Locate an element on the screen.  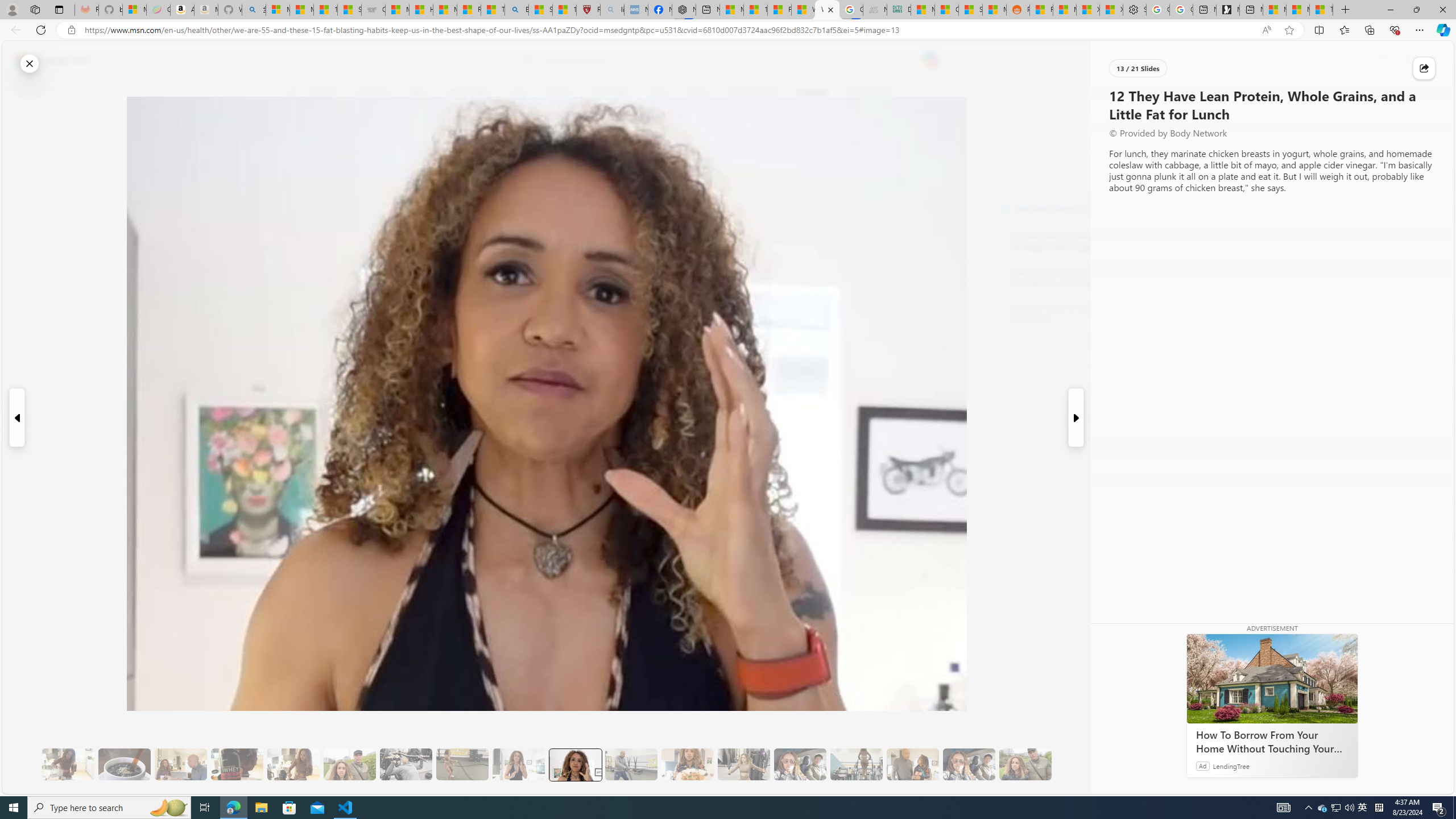
'Ad' is located at coordinates (1202, 765).